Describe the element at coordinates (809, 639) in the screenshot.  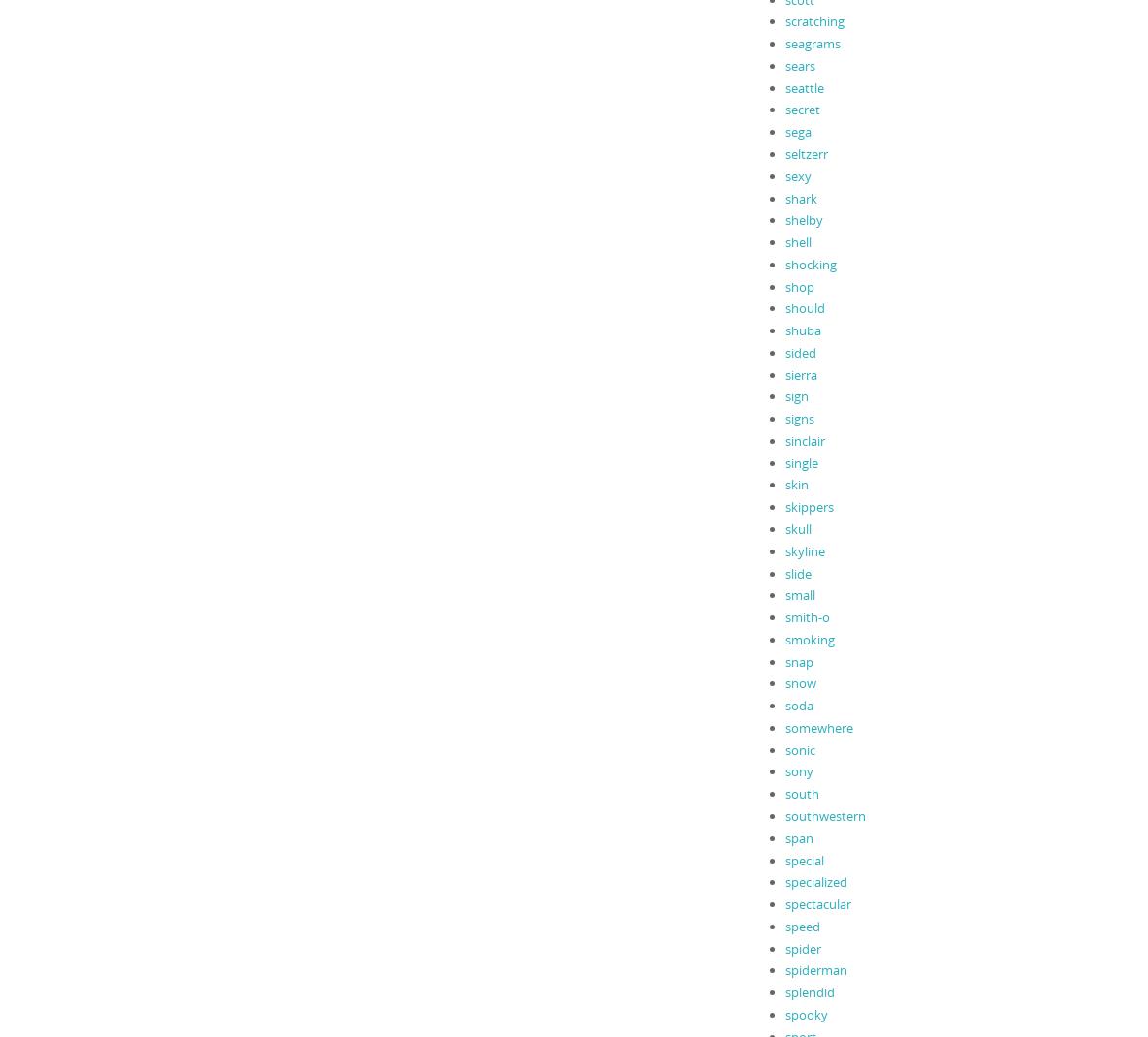
I see `'smoking'` at that location.